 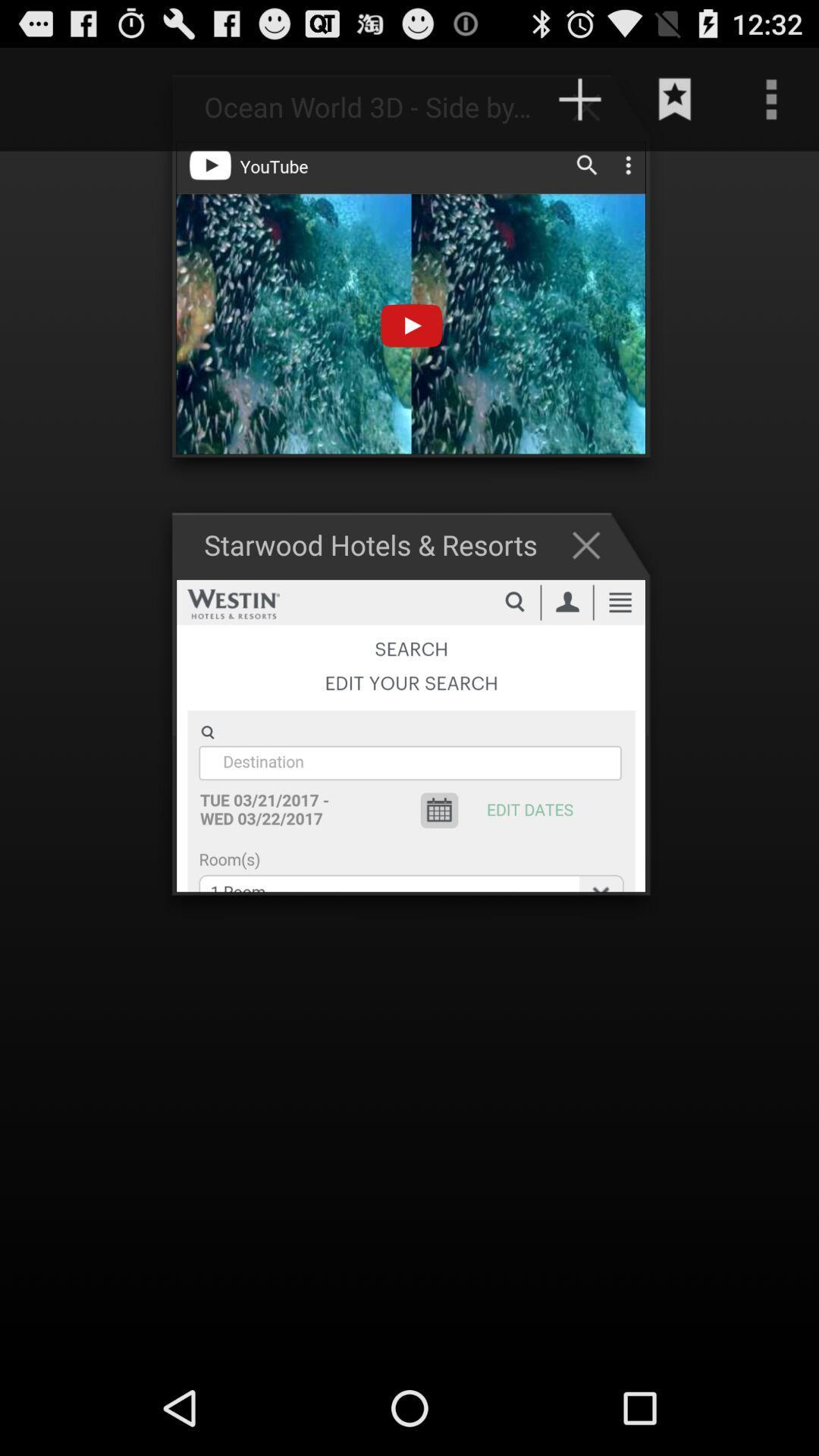 What do you see at coordinates (675, 105) in the screenshot?
I see `the bookmark icon` at bounding box center [675, 105].